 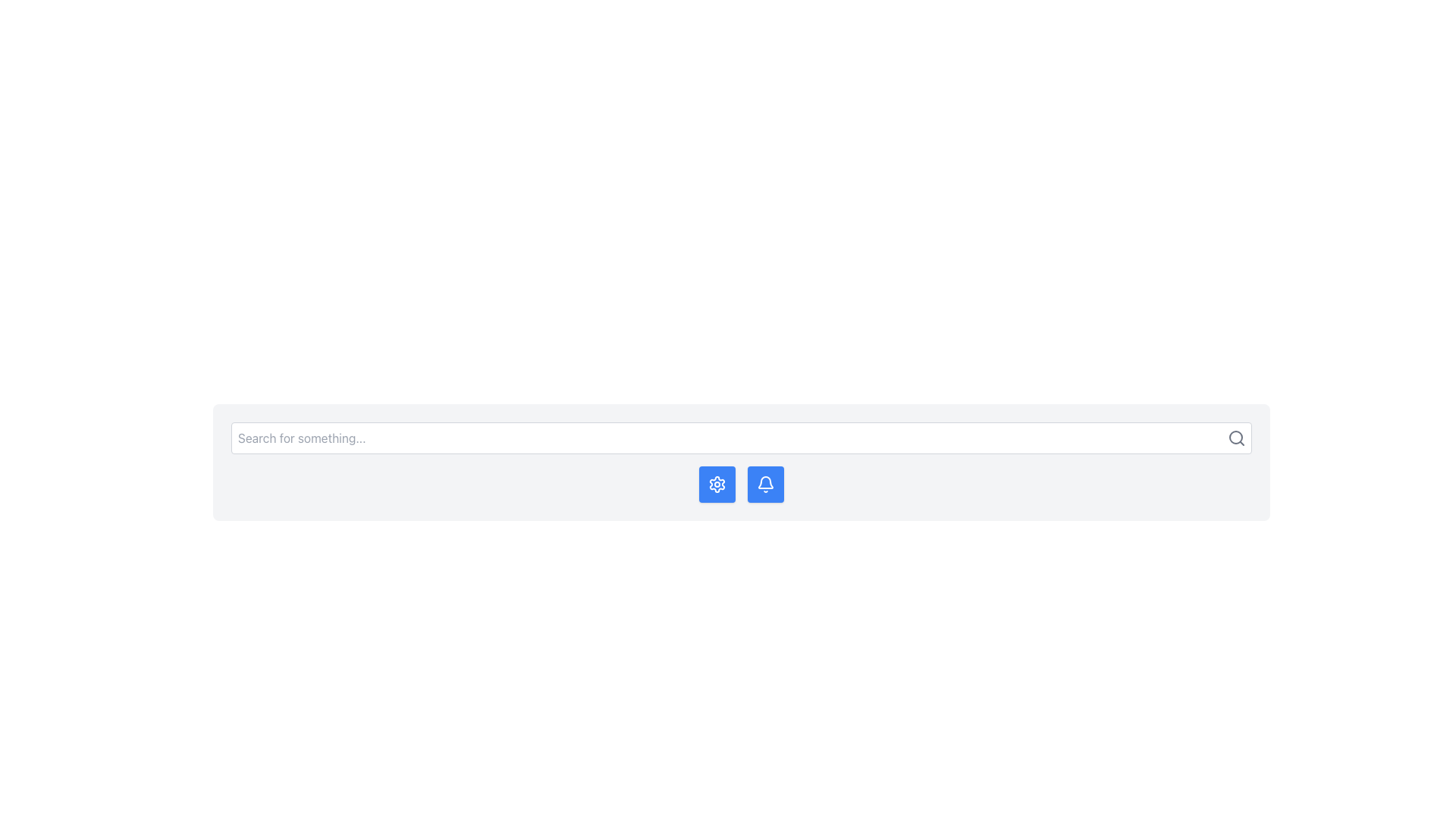 I want to click on the input field of the Search Bar located centrally at the top of the interface to focus on it for user input, so click(x=742, y=438).